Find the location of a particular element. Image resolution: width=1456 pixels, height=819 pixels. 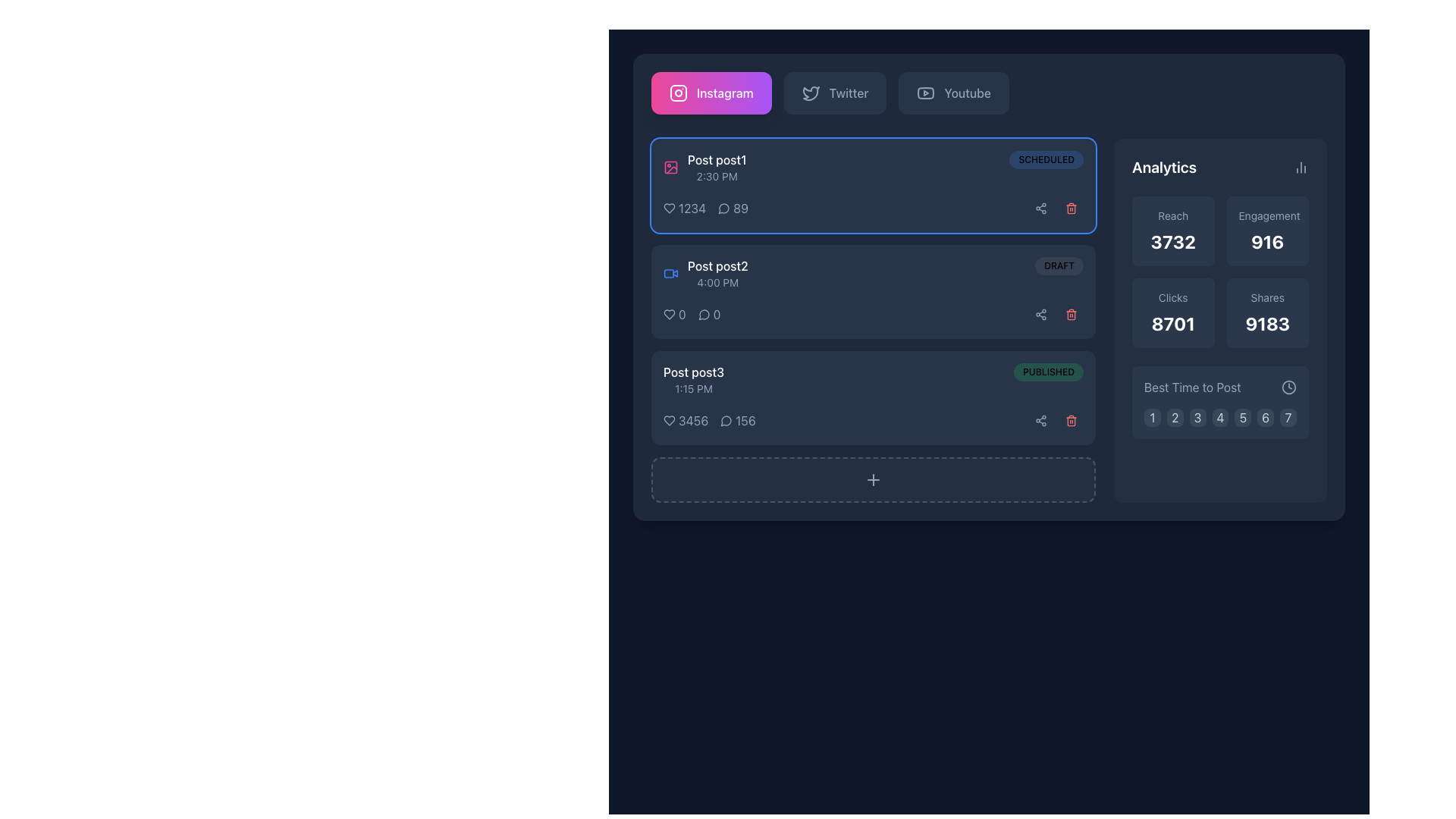

the 'DRAFT' label element styled as a rounded rectangle located in the upper-right corner of the 'Post post2' card is located at coordinates (1059, 265).